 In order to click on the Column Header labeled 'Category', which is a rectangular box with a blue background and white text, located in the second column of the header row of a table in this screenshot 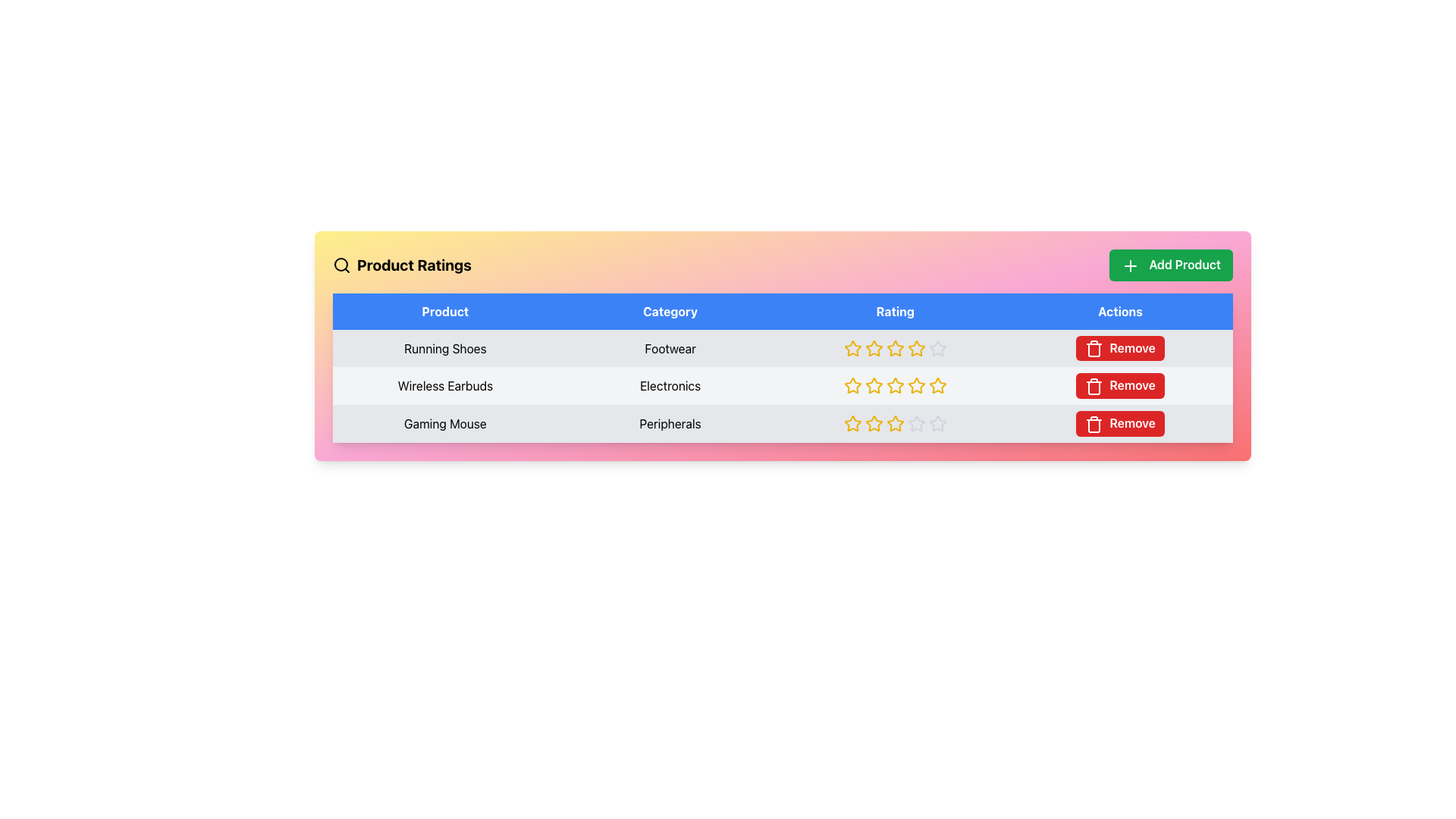, I will do `click(670, 310)`.